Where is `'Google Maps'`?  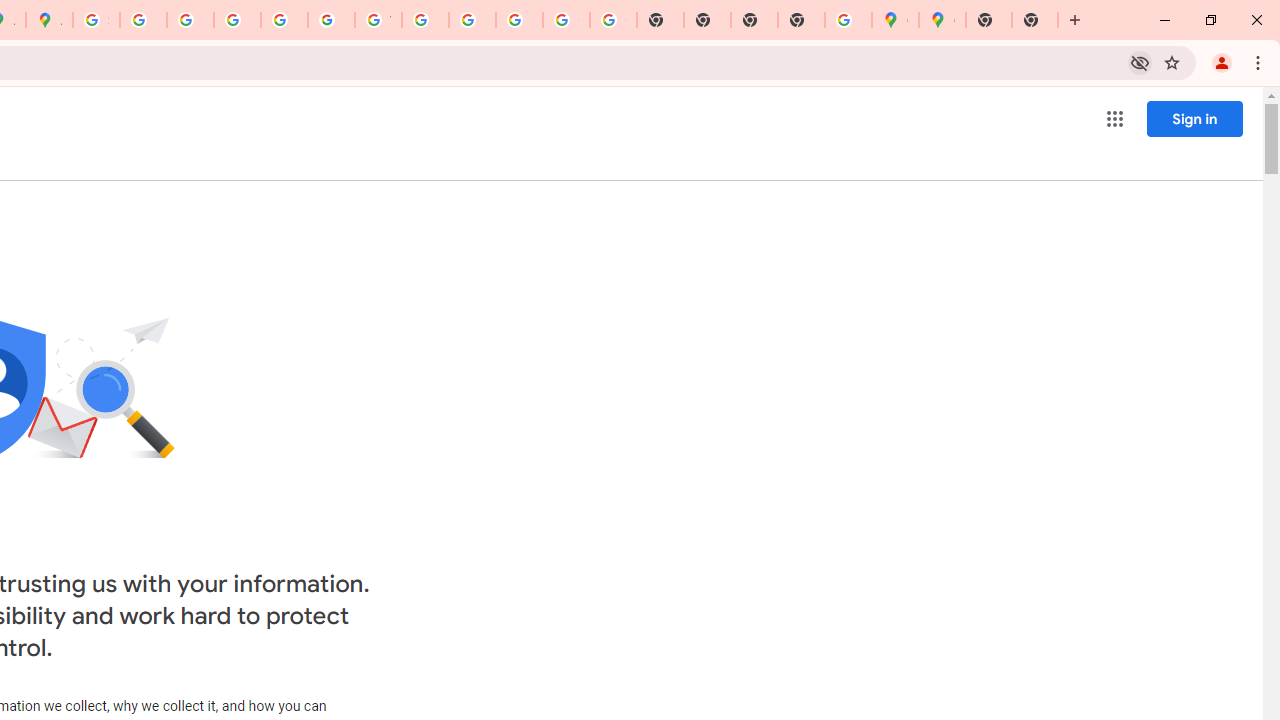
'Google Maps' is located at coordinates (894, 20).